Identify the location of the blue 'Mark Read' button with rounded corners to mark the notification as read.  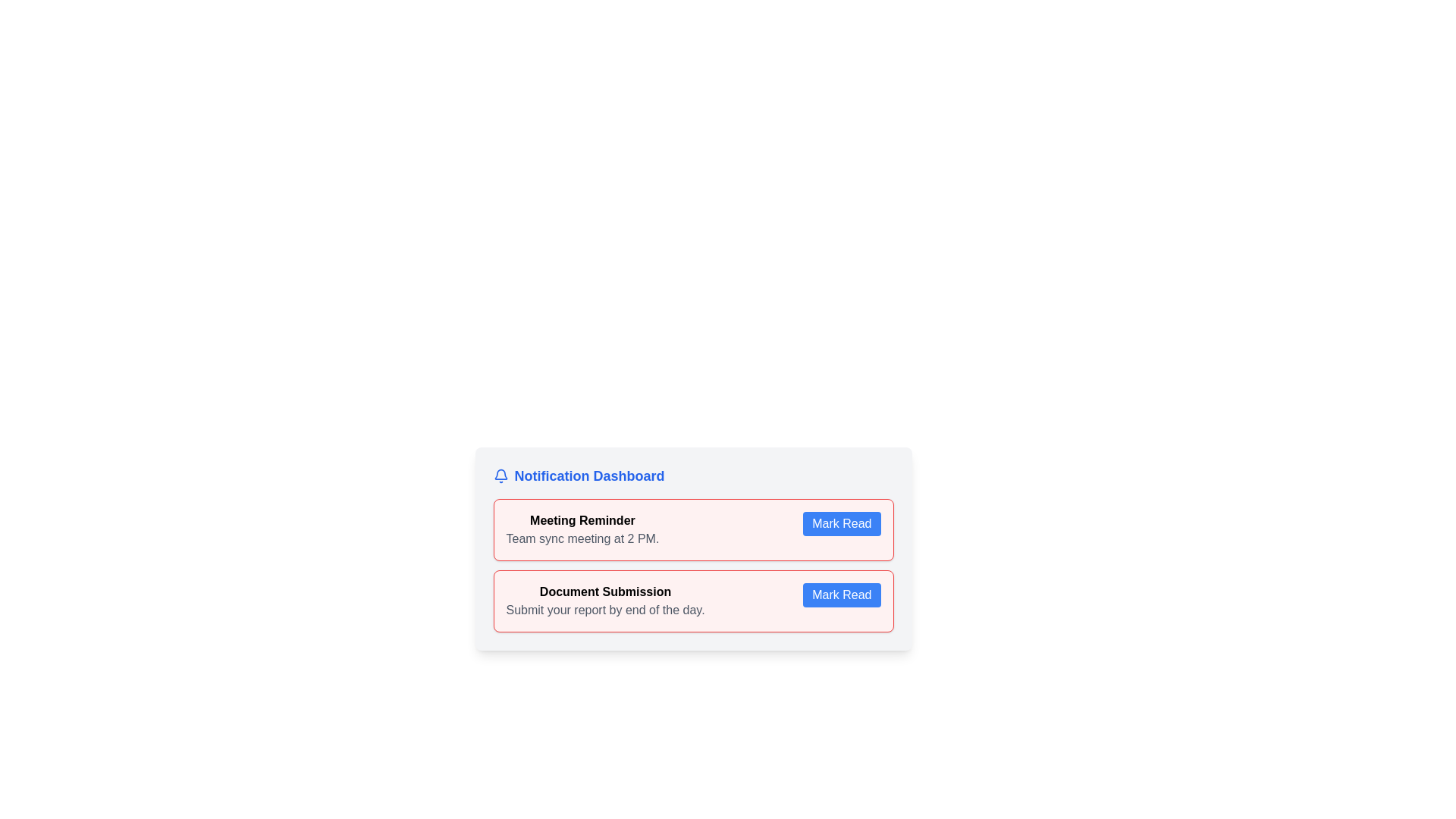
(841, 595).